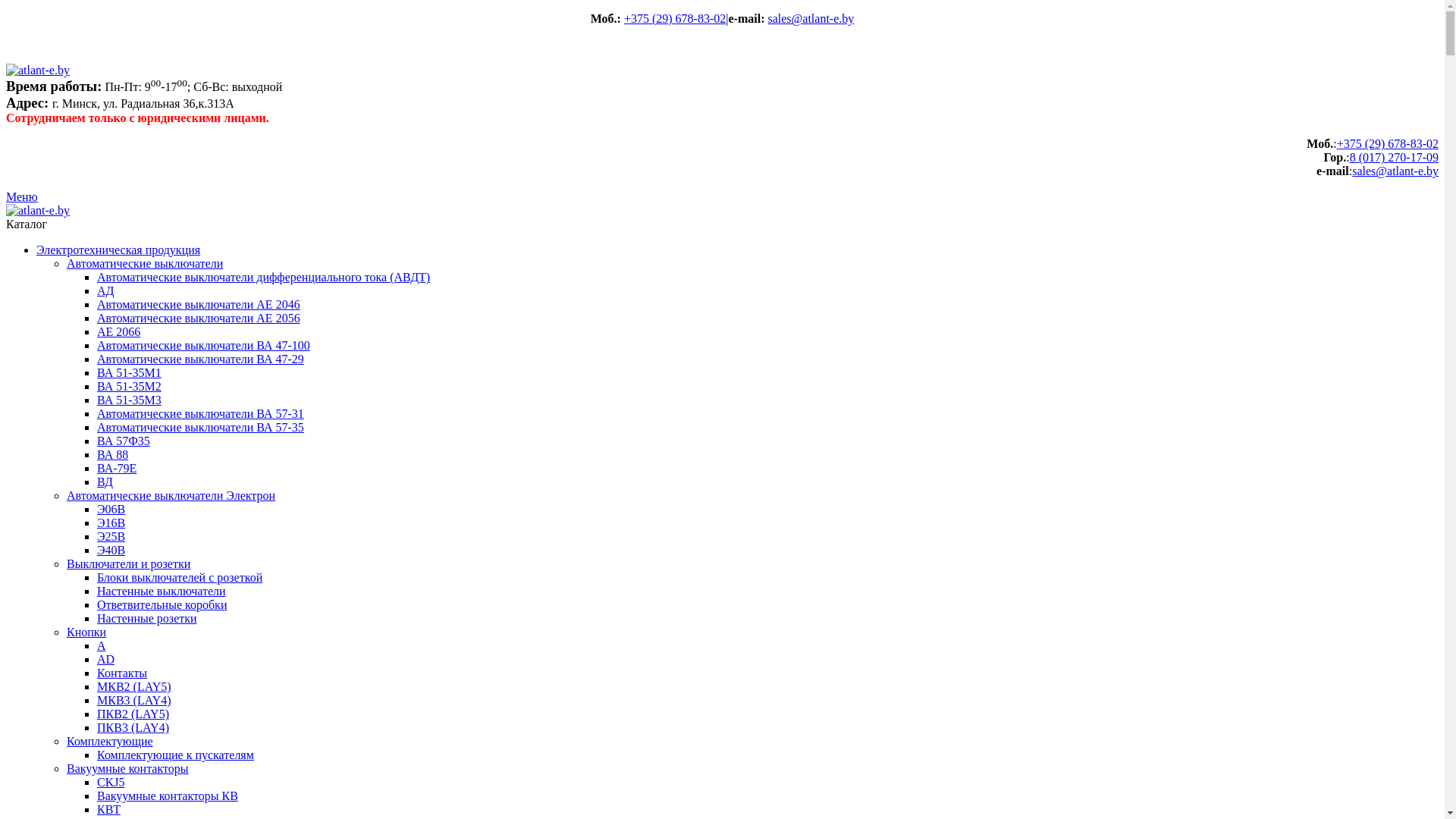 This screenshot has width=1456, height=819. Describe the element at coordinates (1351, 171) in the screenshot. I see `'sales@atlant-e.by'` at that location.